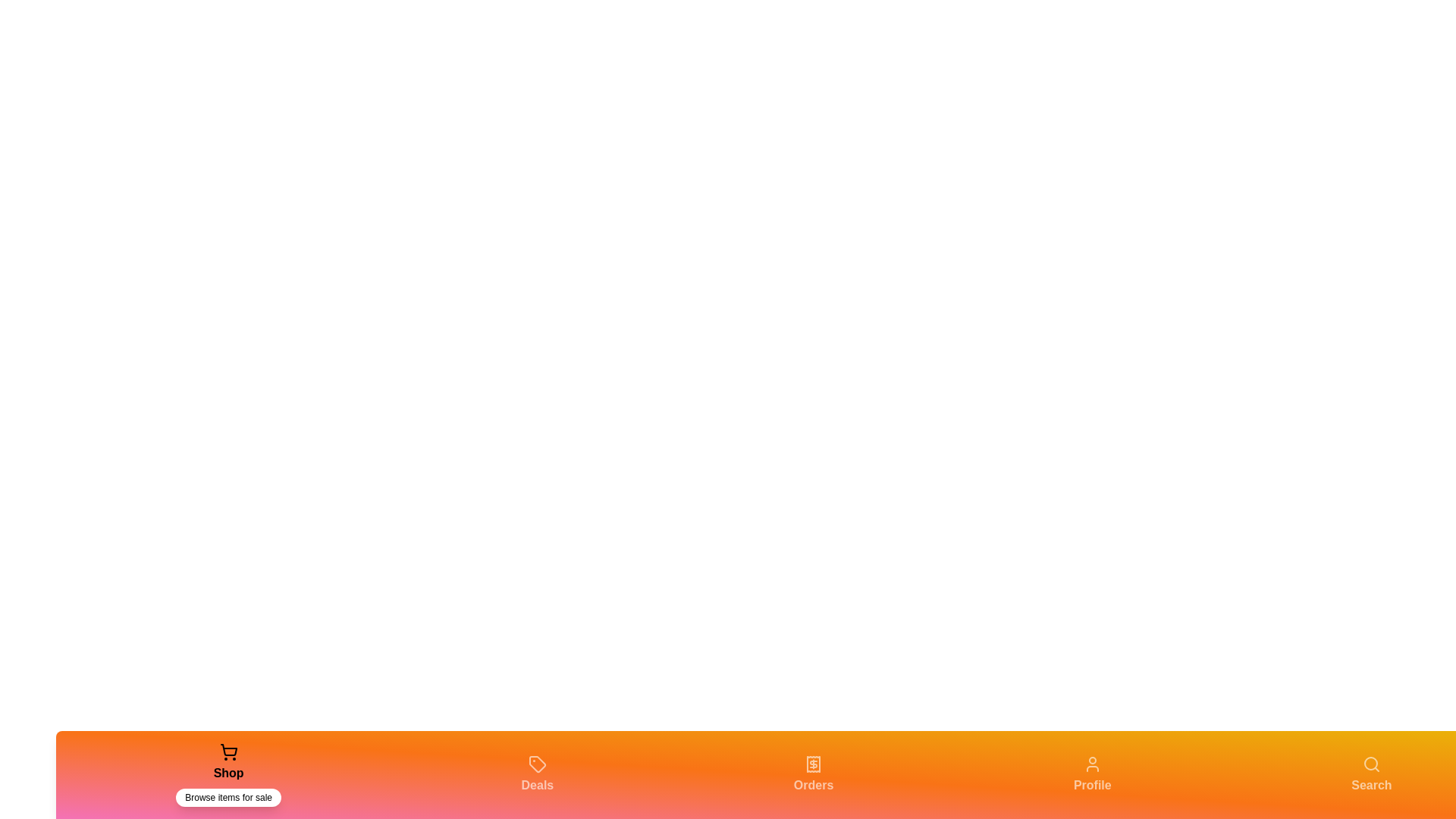 The image size is (1456, 819). I want to click on the Search tab in the navigation bar, so click(1372, 775).